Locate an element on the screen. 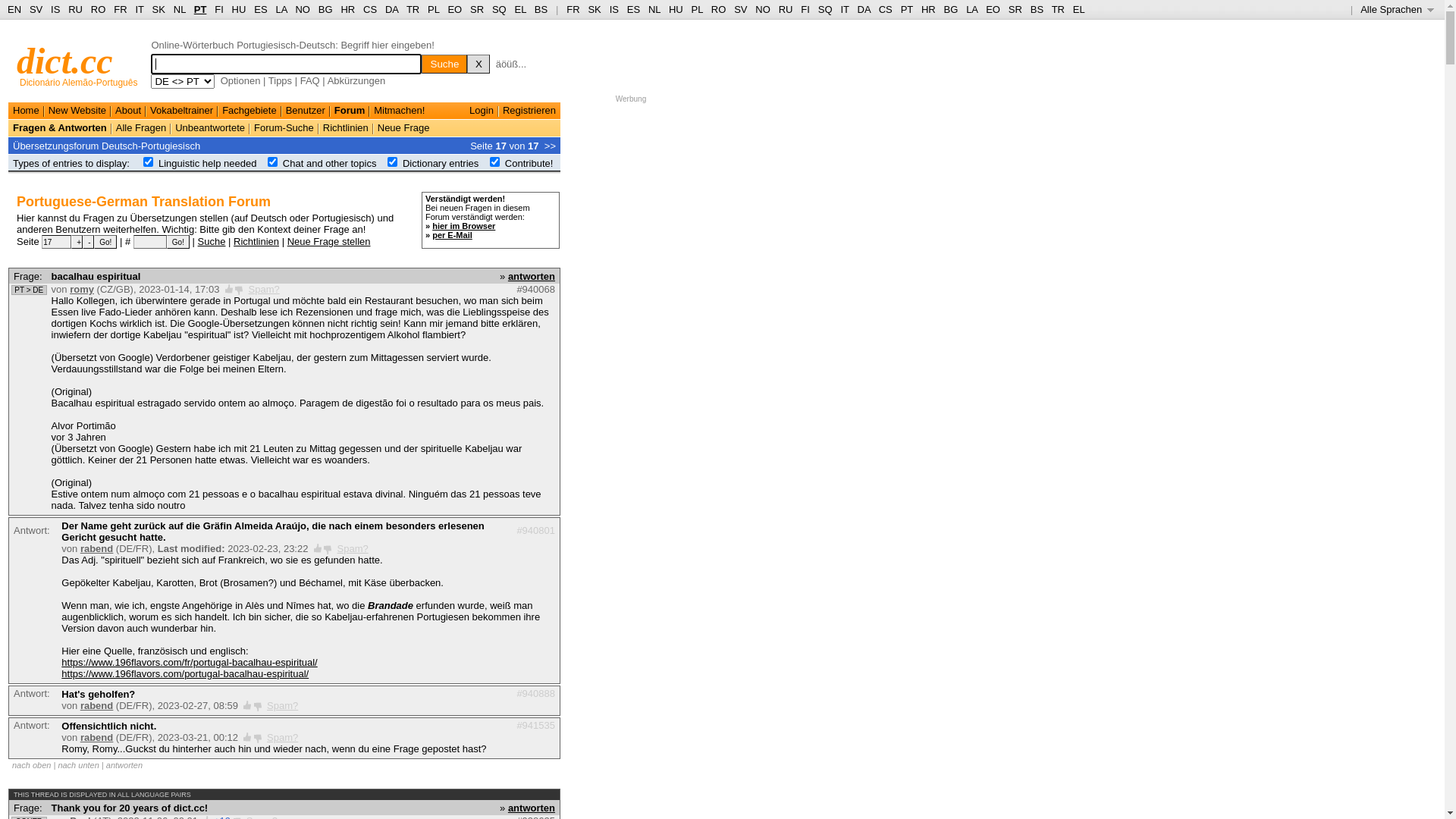 The image size is (1456, 819). 'Portuguese-German Translation Forum' is located at coordinates (143, 201).